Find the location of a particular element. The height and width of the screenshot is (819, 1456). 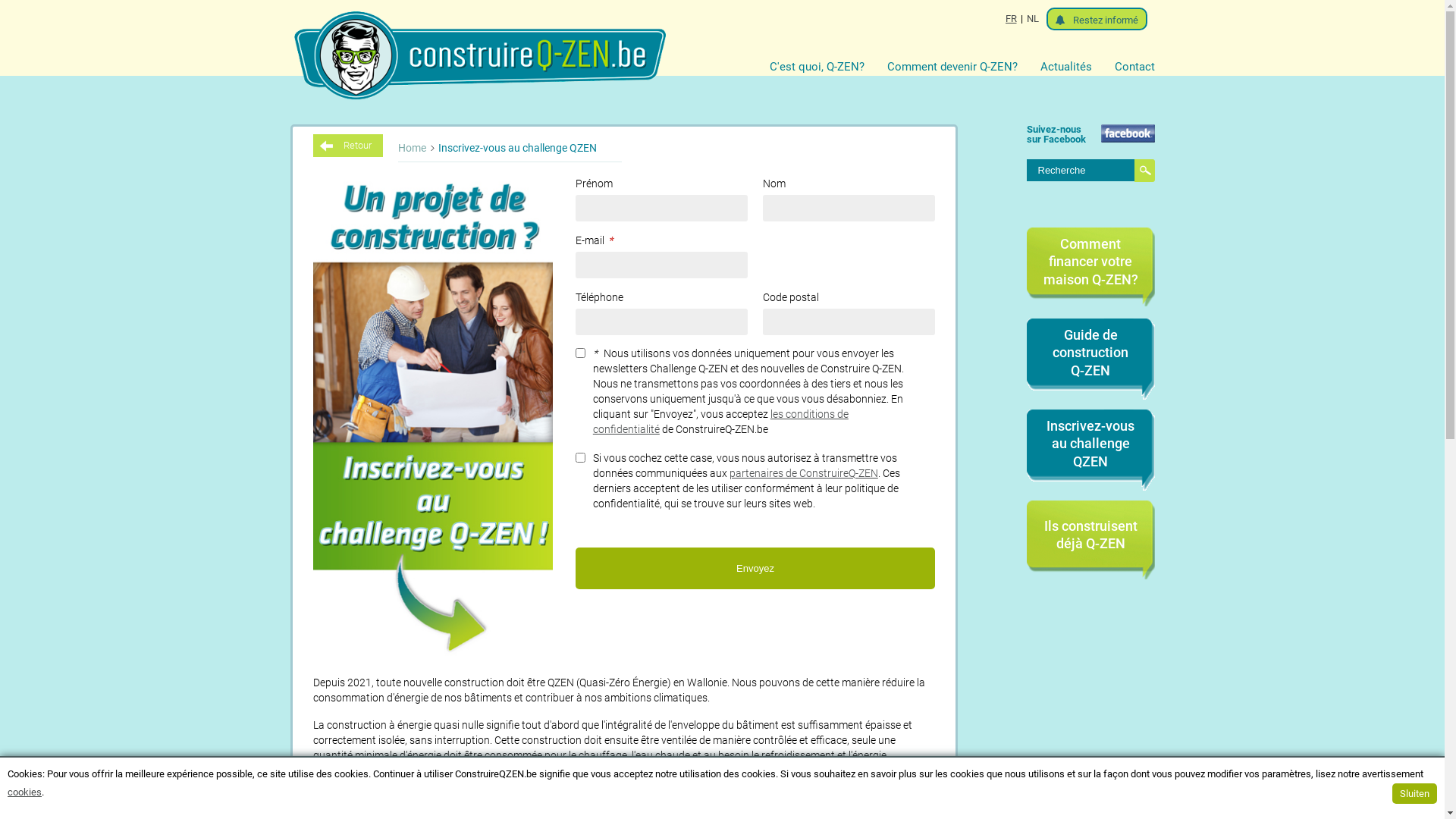

'Suivez-nous is located at coordinates (1090, 133).